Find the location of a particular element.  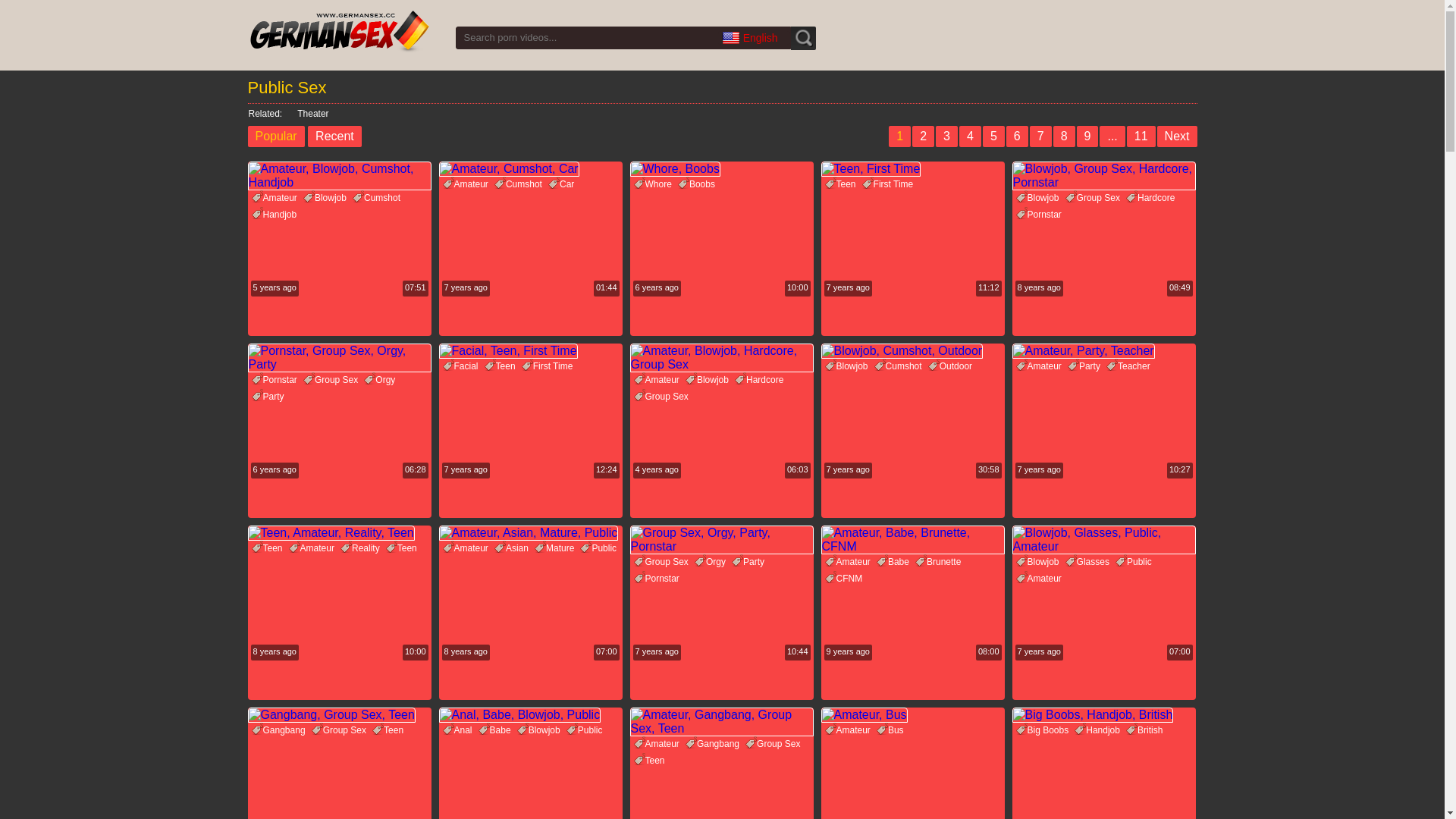

'Bus' is located at coordinates (892, 730).